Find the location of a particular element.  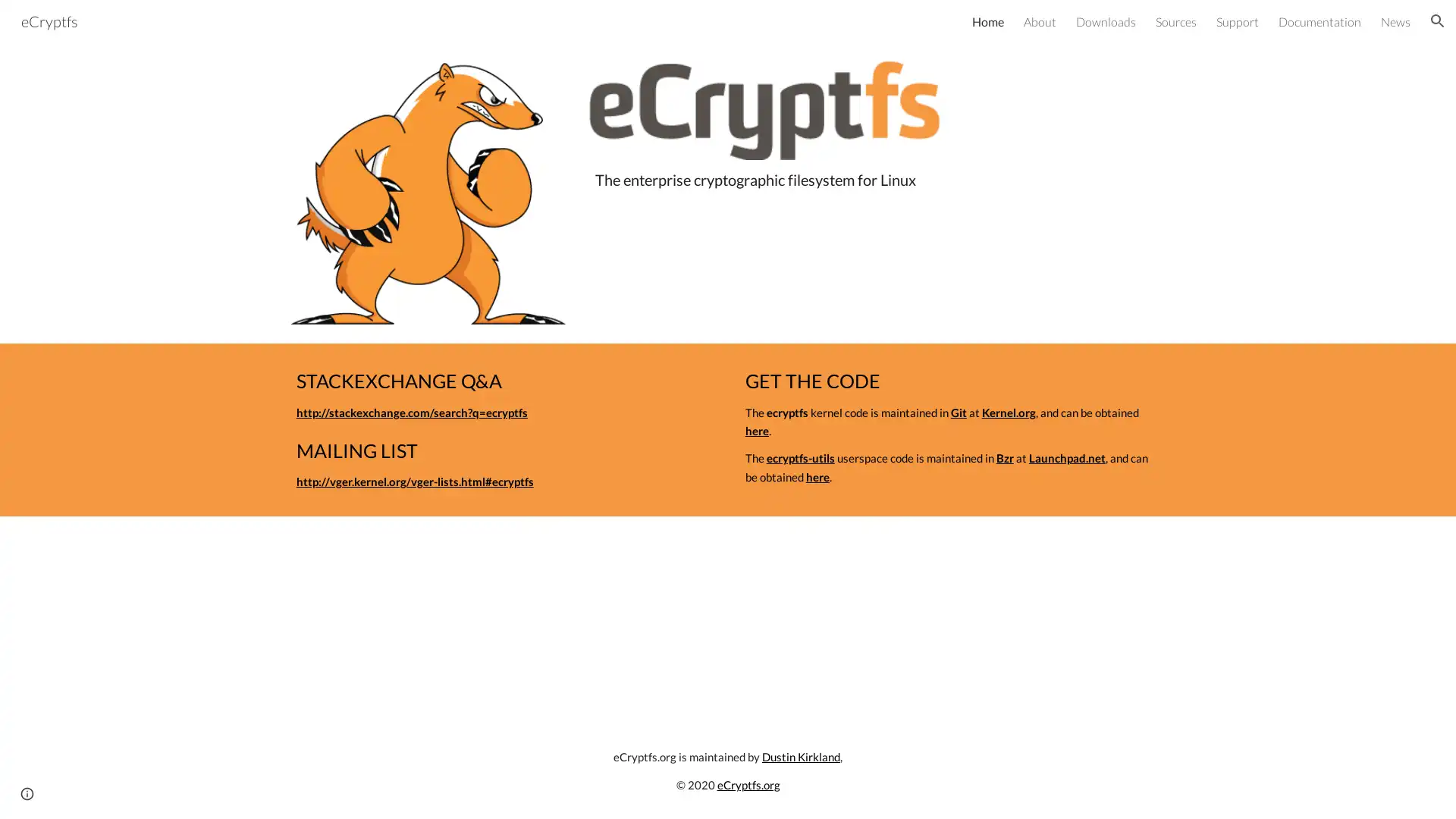

Report abuse is located at coordinates (182, 792).